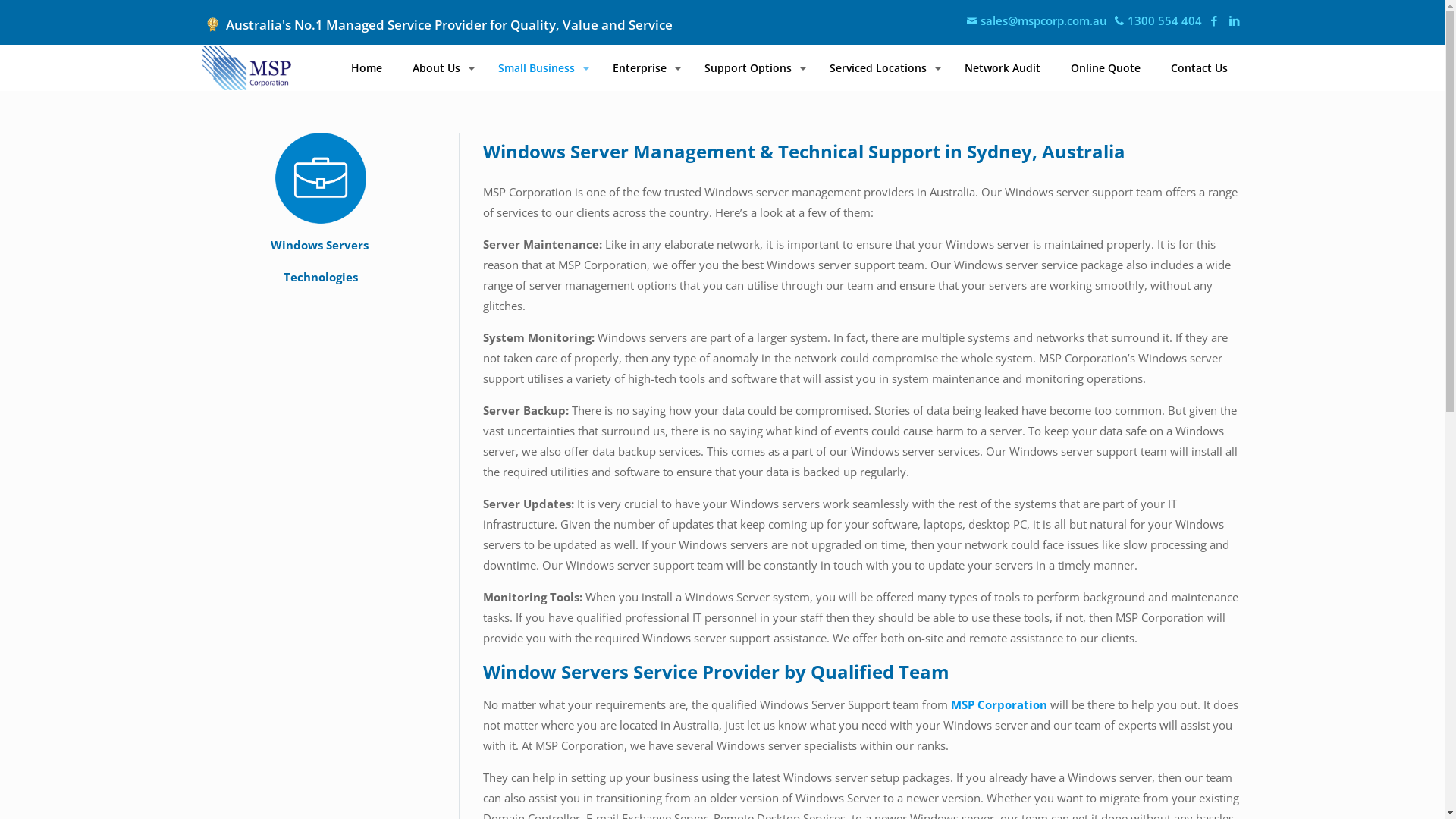 Image resolution: width=1456 pixels, height=819 pixels. I want to click on 'Home', so click(366, 67).